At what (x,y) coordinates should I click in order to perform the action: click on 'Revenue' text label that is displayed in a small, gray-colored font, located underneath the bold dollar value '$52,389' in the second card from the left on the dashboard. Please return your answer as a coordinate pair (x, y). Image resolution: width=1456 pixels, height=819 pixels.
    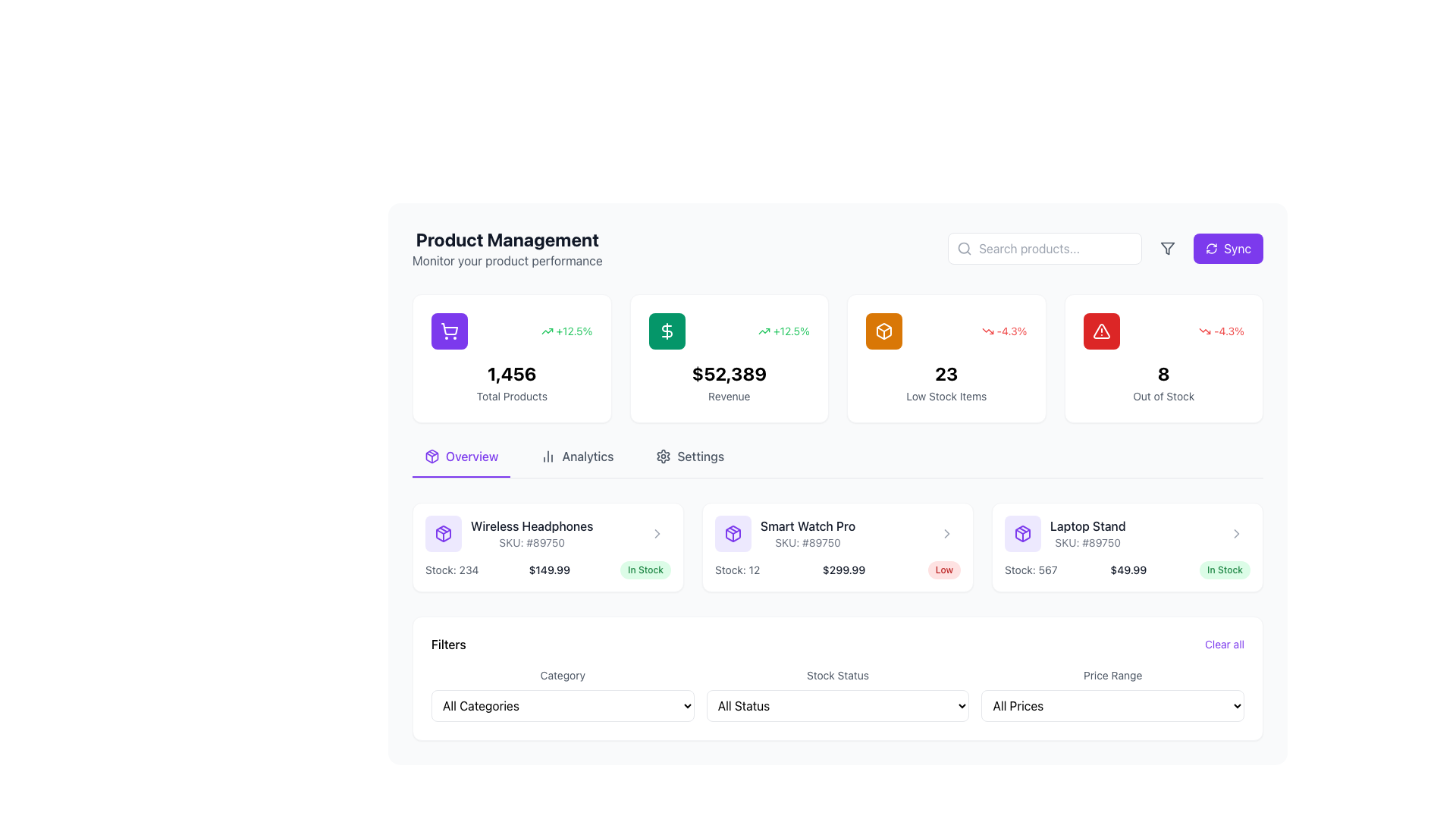
    Looking at the image, I should click on (729, 396).